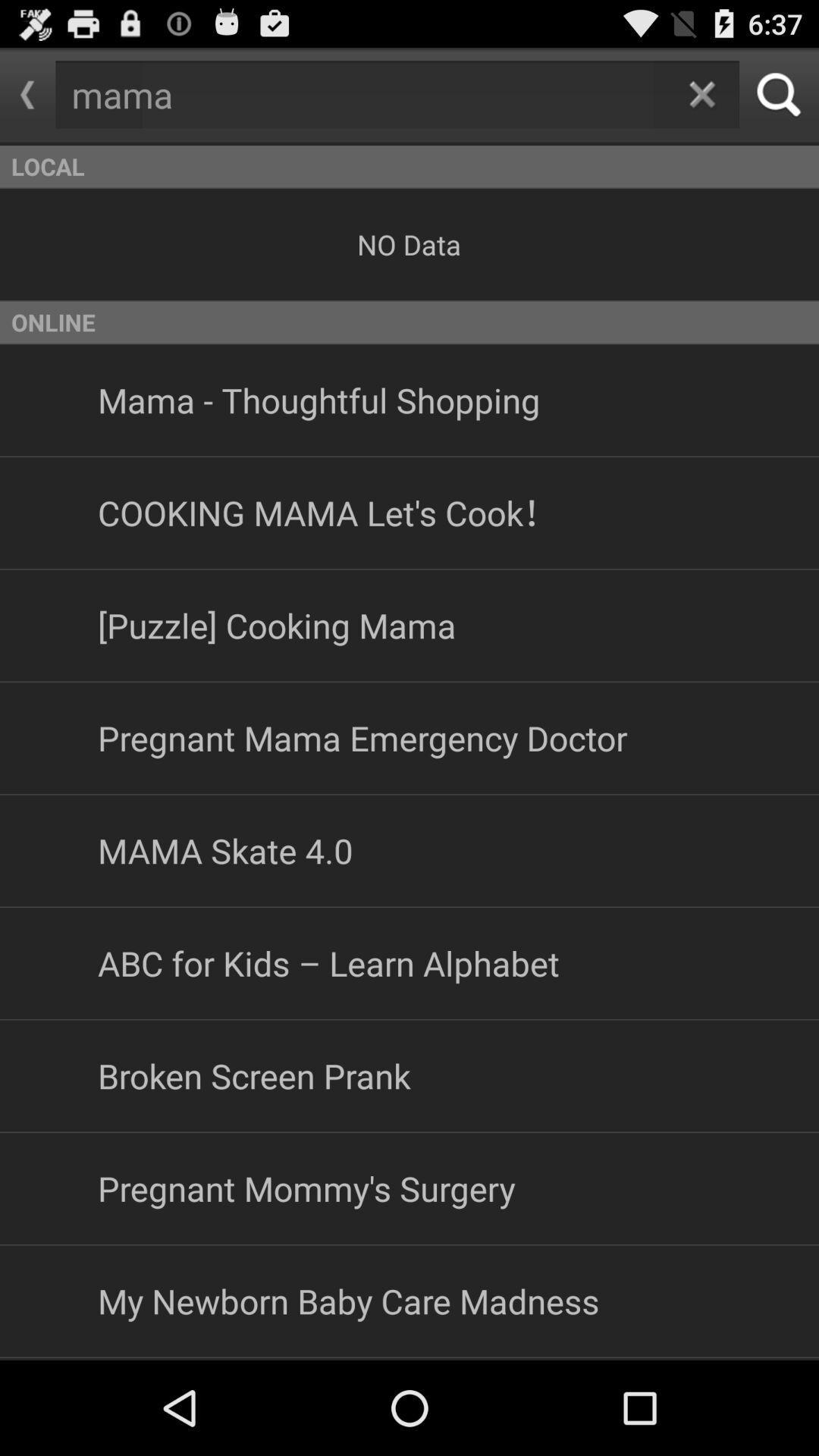  Describe the element at coordinates (27, 94) in the screenshot. I see `the app above local icon` at that location.